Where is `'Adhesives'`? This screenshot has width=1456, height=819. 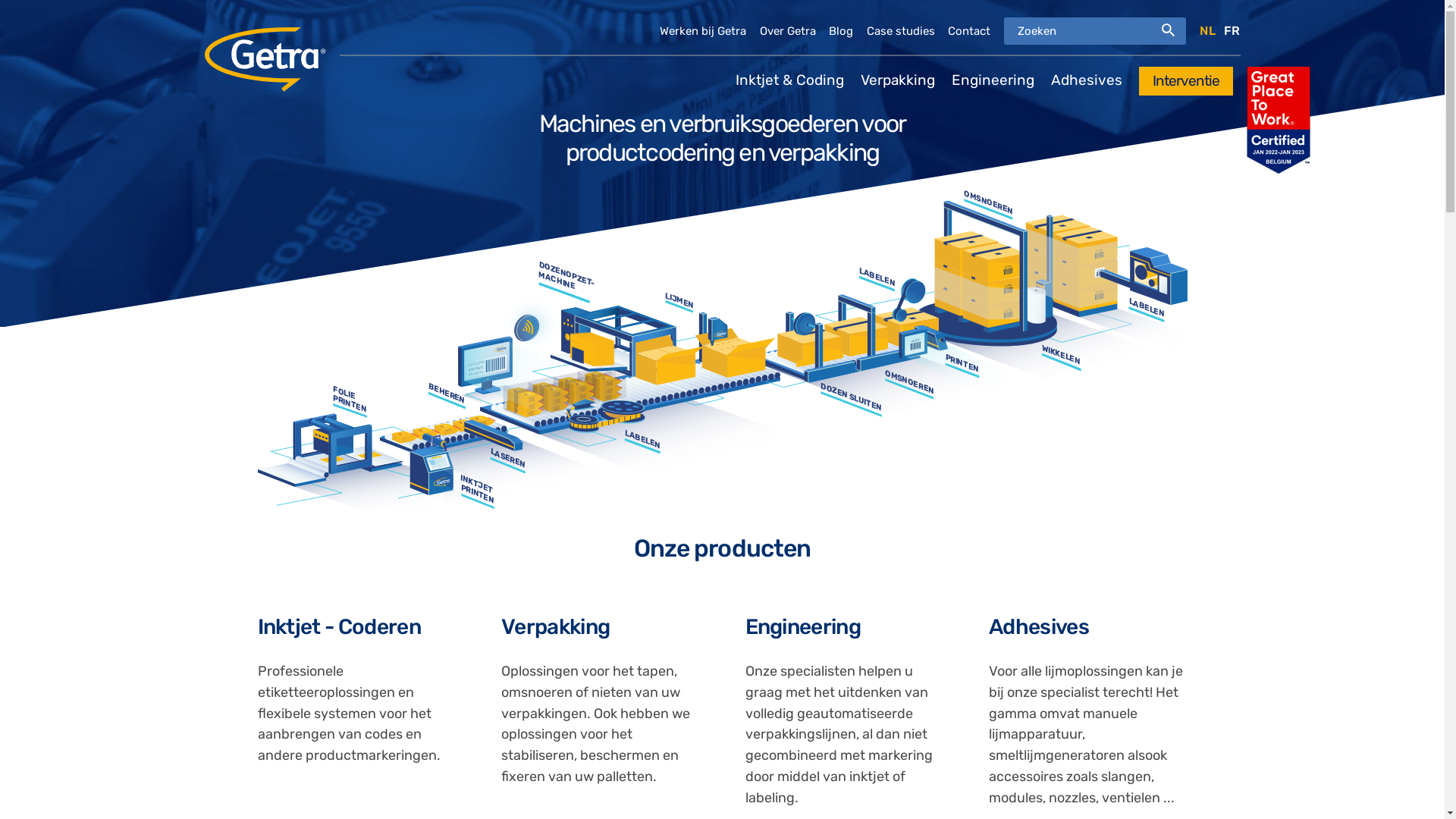 'Adhesives' is located at coordinates (1086, 80).